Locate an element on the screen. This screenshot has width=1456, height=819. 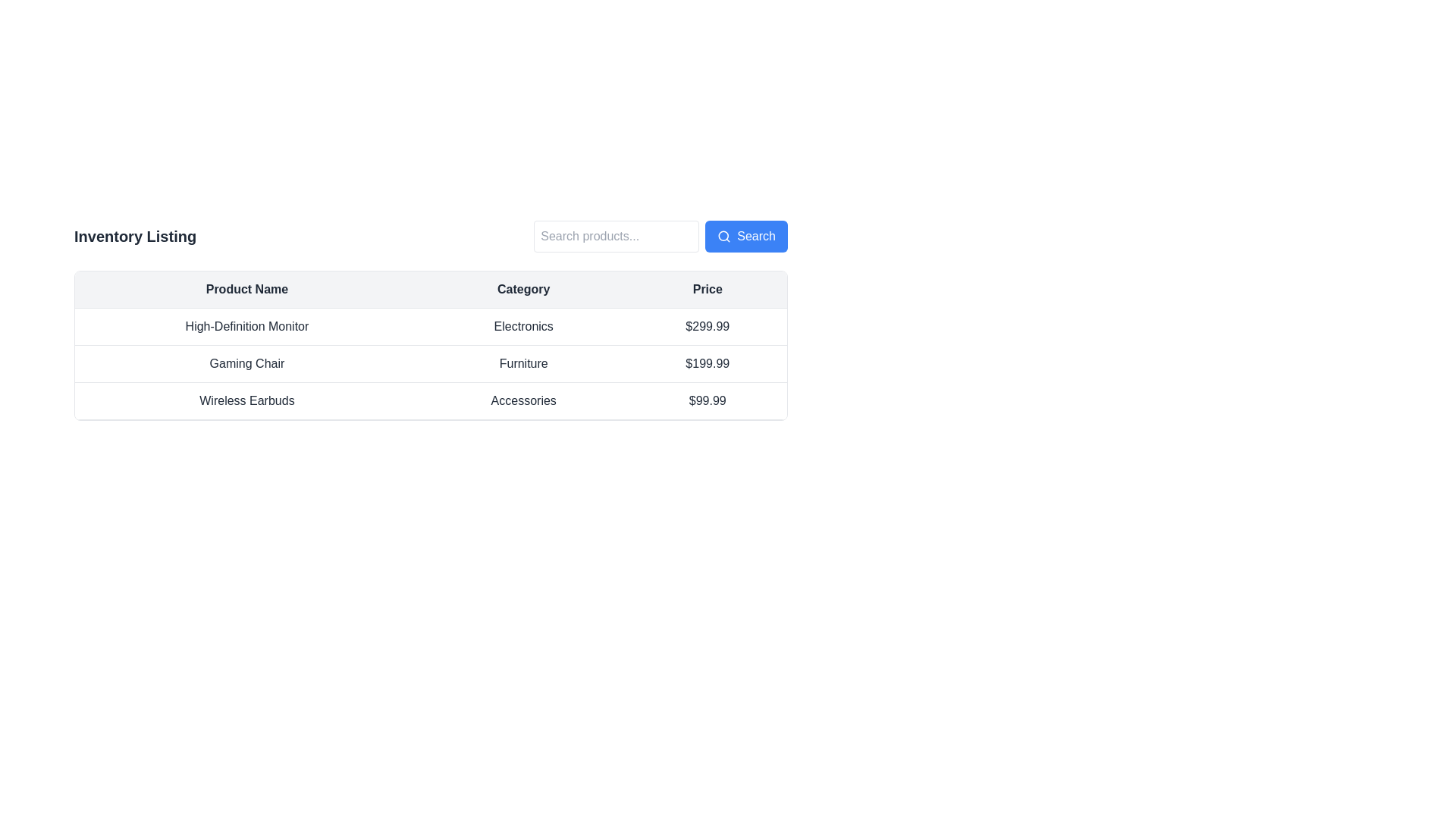
the 'Price' column header, which is the third header in the table, indicating the price information of listed items is located at coordinates (707, 290).